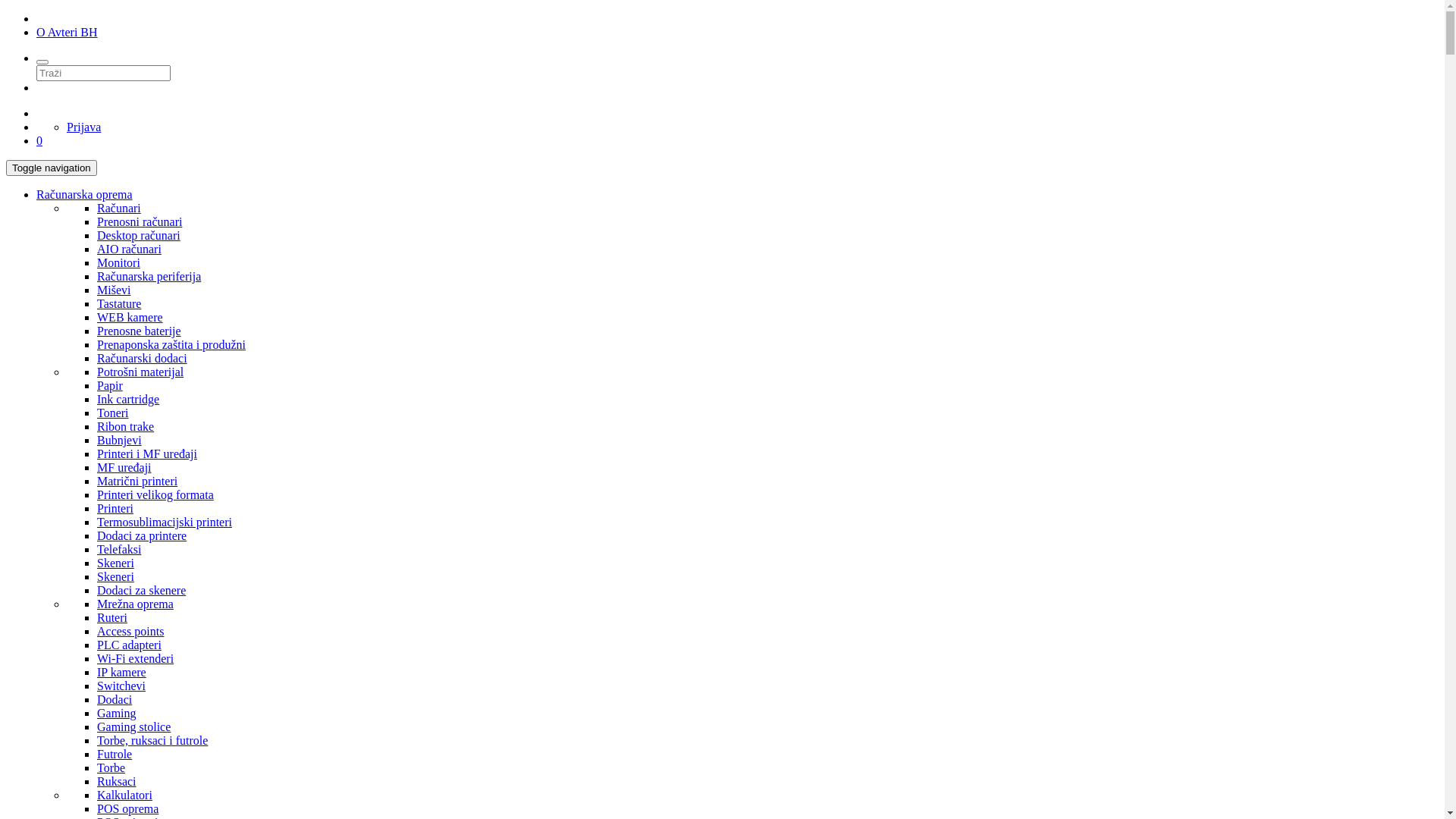 The height and width of the screenshot is (819, 1456). I want to click on 'Termosublimacijski printeri', so click(164, 521).